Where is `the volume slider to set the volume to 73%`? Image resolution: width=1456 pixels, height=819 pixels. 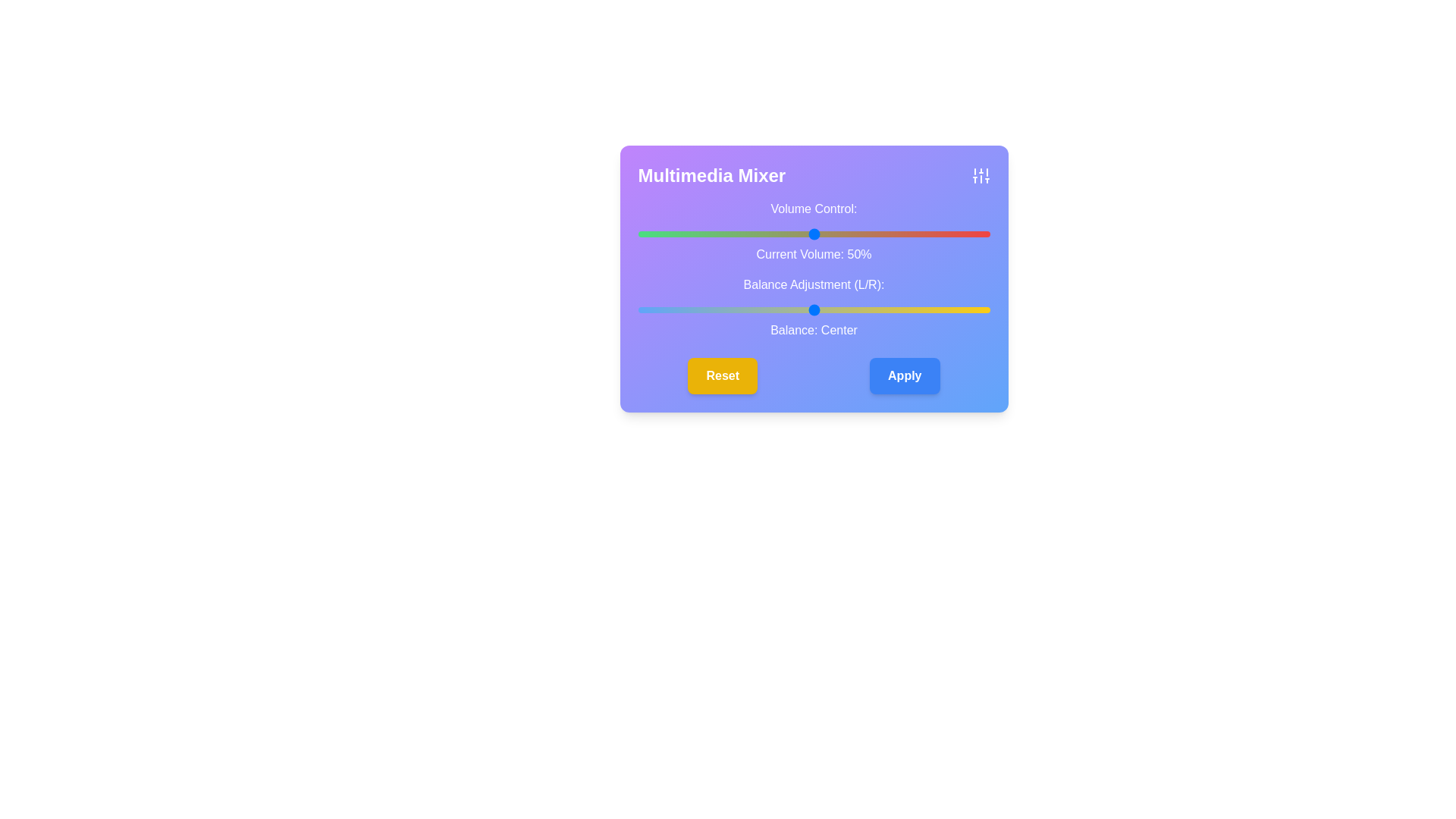
the volume slider to set the volume to 73% is located at coordinates (895, 234).